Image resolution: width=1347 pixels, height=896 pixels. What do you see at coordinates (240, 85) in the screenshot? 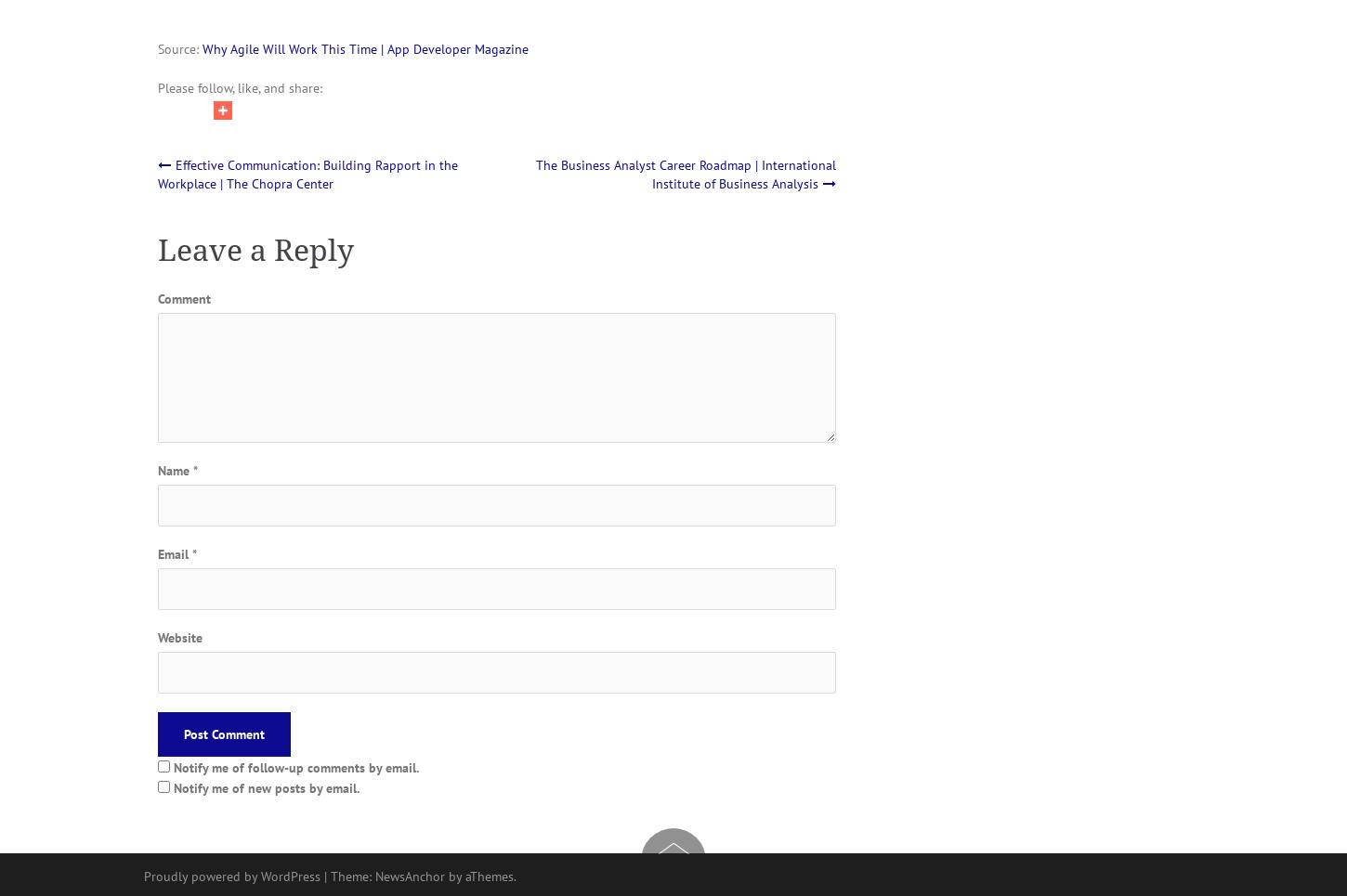
I see `'Please follow, like, and share:'` at bounding box center [240, 85].